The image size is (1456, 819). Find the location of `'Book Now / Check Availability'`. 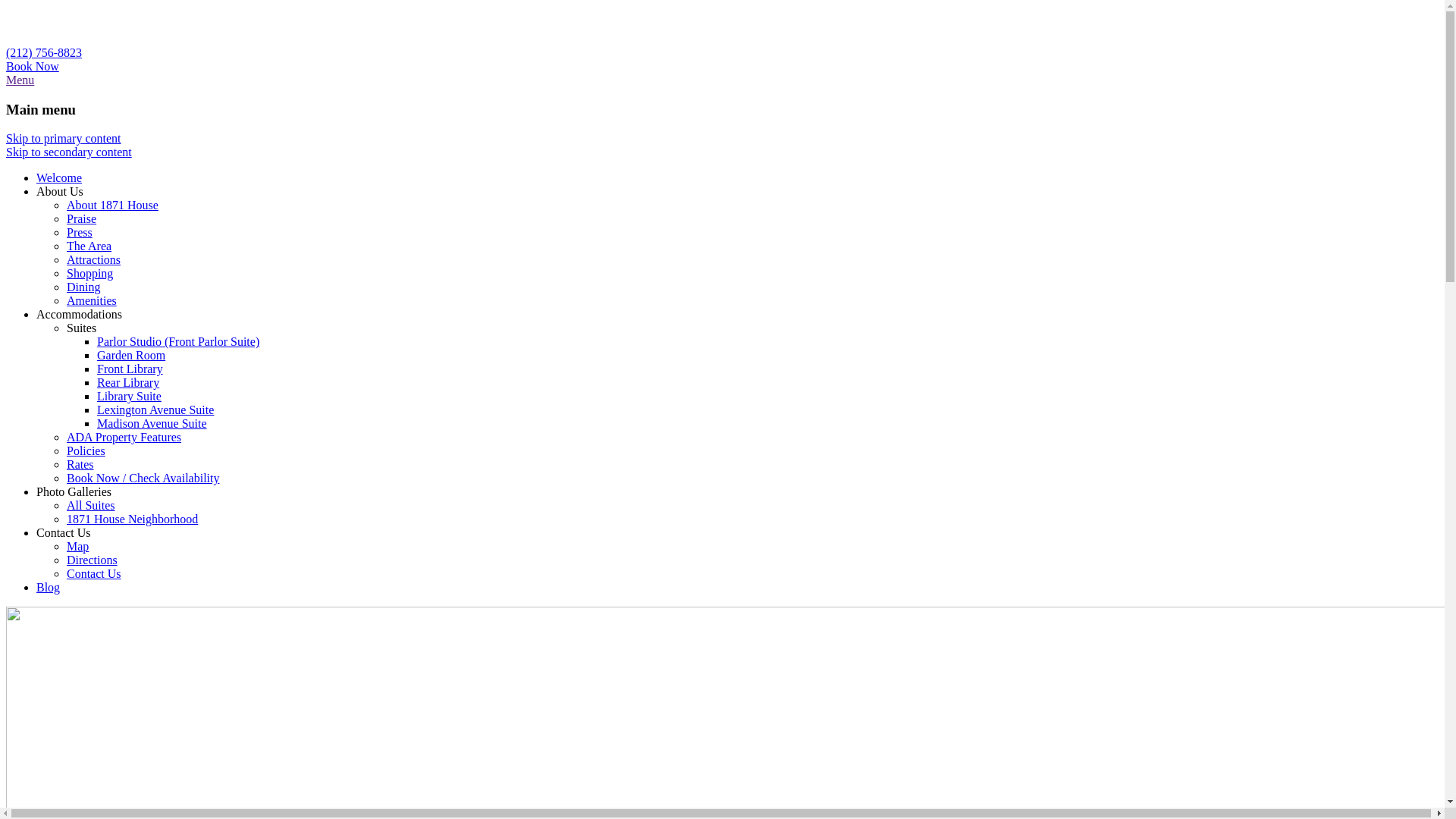

'Book Now / Check Availability' is located at coordinates (143, 478).